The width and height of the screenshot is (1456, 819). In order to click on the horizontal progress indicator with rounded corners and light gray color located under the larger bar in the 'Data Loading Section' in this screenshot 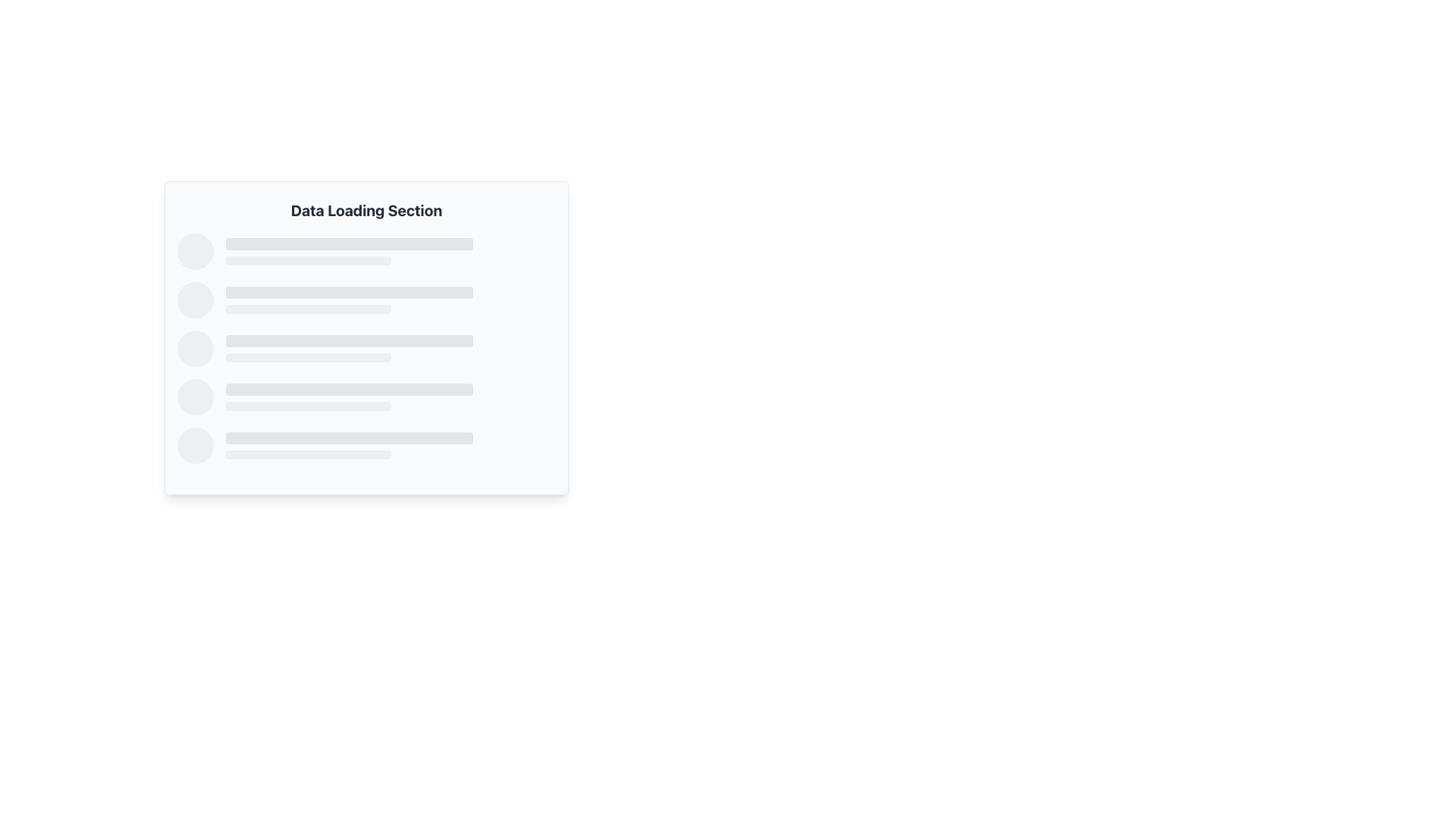, I will do `click(307, 259)`.